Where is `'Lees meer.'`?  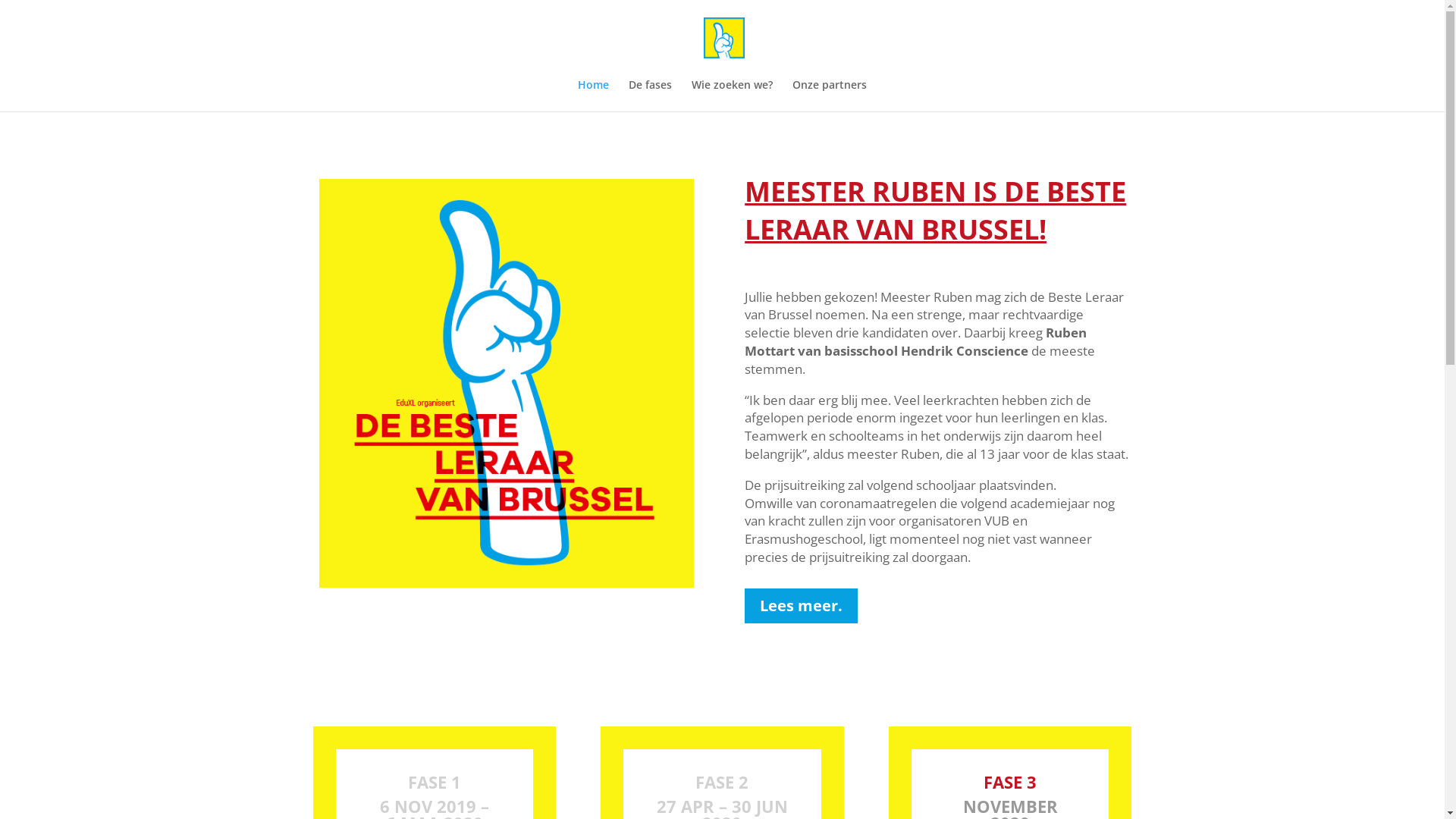 'Lees meer.' is located at coordinates (800, 604).